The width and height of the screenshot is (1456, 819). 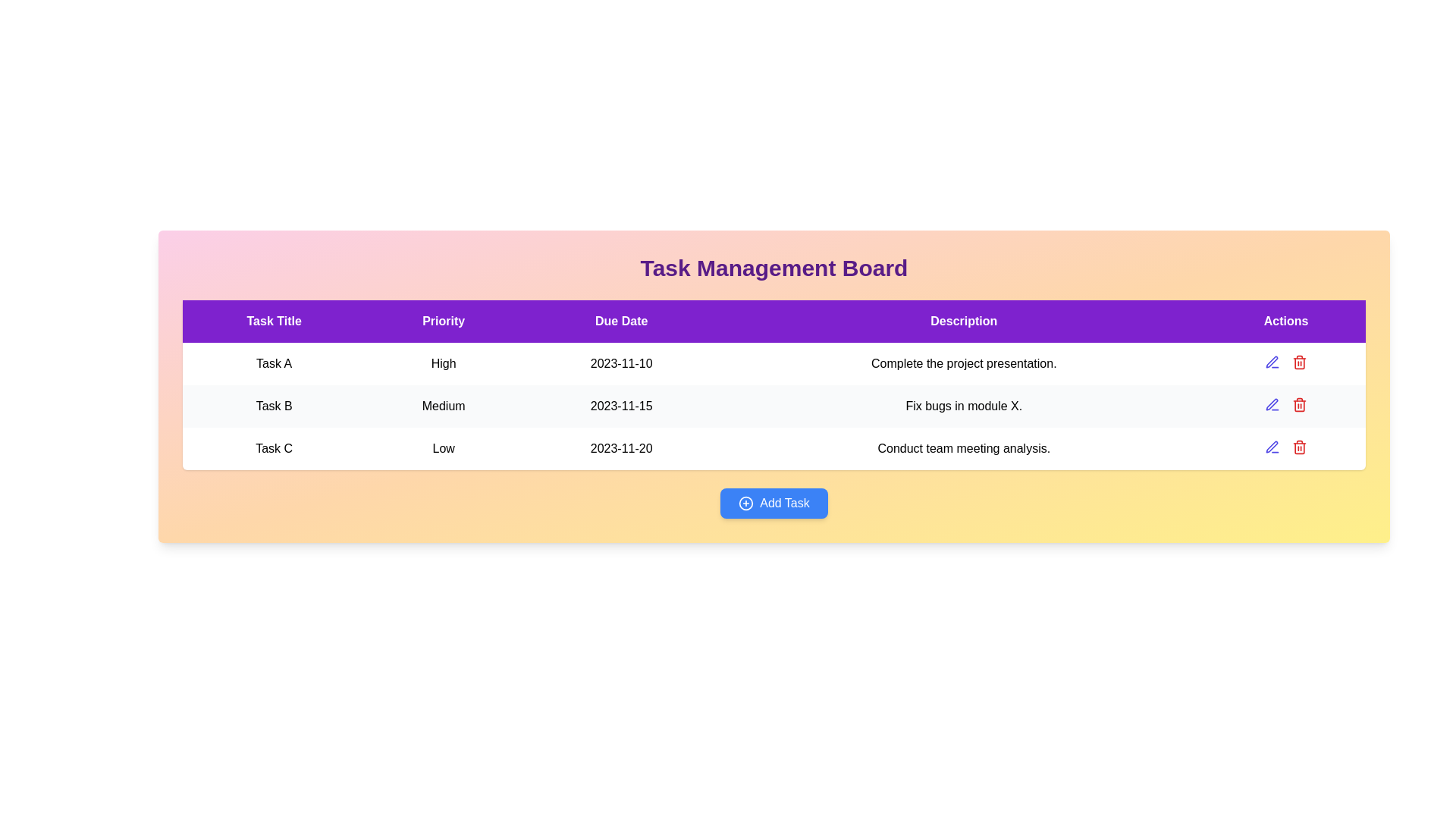 What do you see at coordinates (621, 363) in the screenshot?
I see `the static text display reading '2023-11-10' in the 'Due Date' column of the task details table` at bounding box center [621, 363].